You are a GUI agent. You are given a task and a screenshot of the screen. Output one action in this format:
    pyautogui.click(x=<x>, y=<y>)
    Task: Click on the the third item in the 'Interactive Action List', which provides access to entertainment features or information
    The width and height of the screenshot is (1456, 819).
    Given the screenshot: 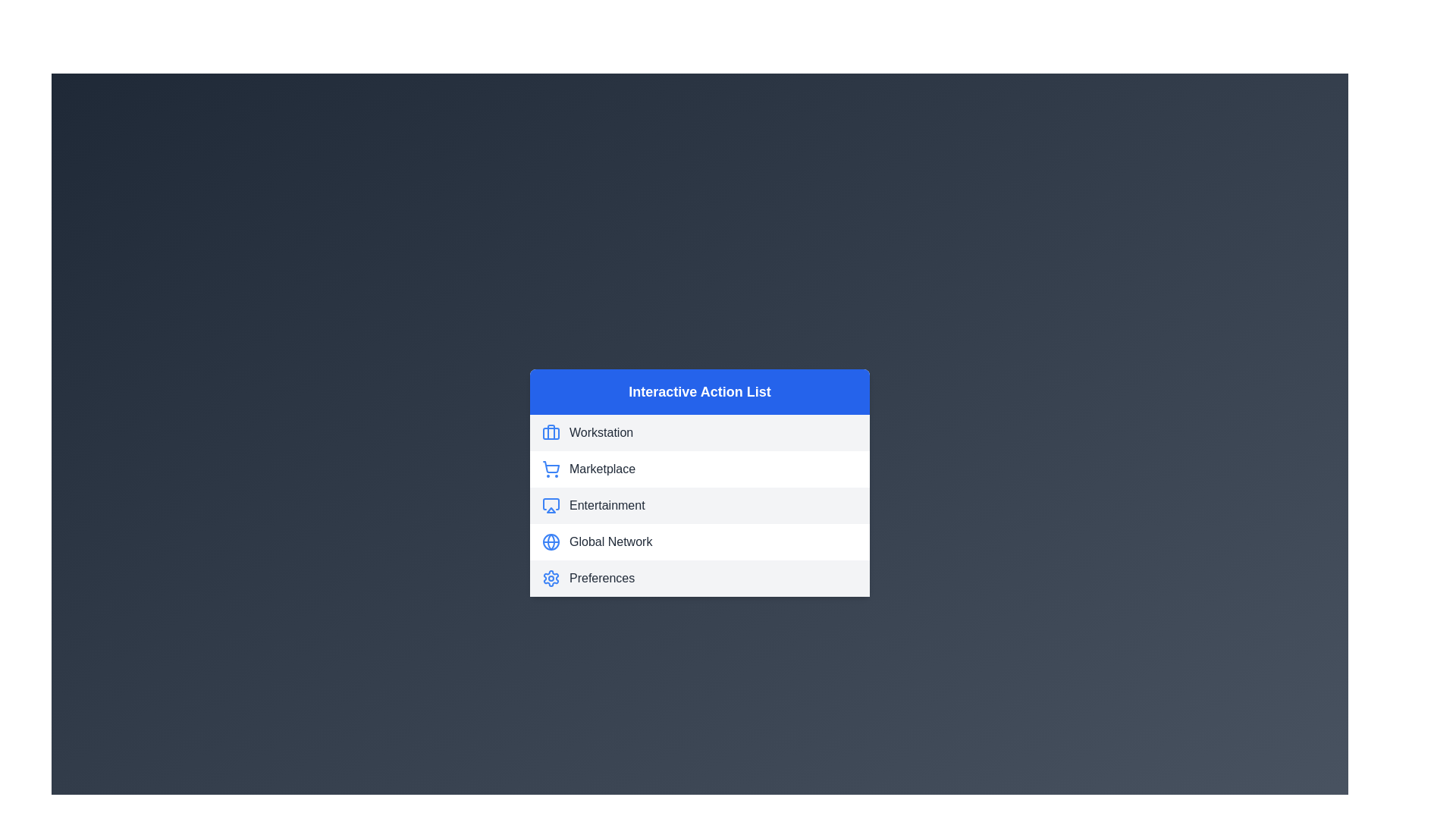 What is the action you would take?
    pyautogui.click(x=698, y=506)
    